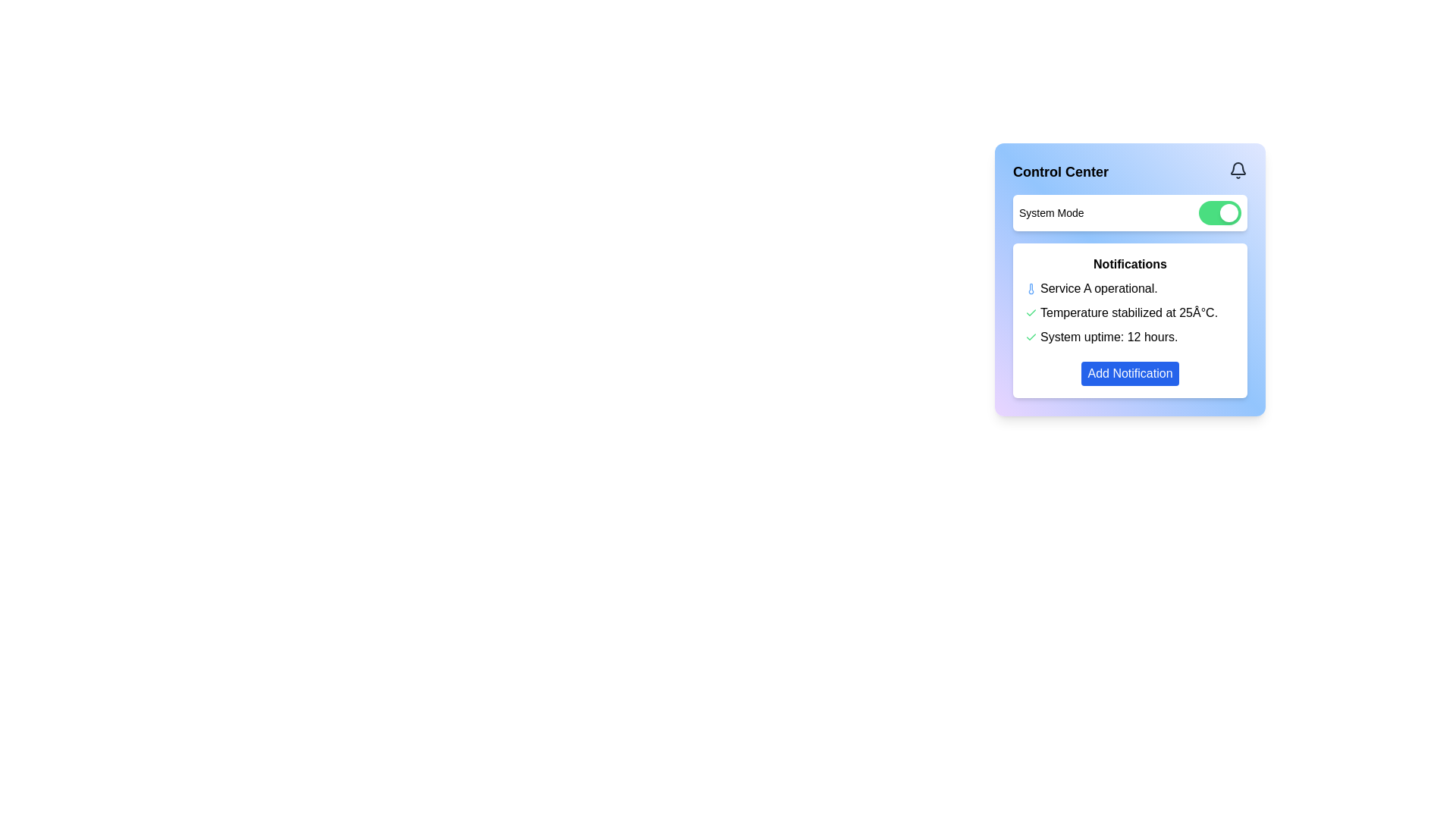  Describe the element at coordinates (1130, 213) in the screenshot. I see `the 'System Mode' toggle switch in the Control Center` at that location.